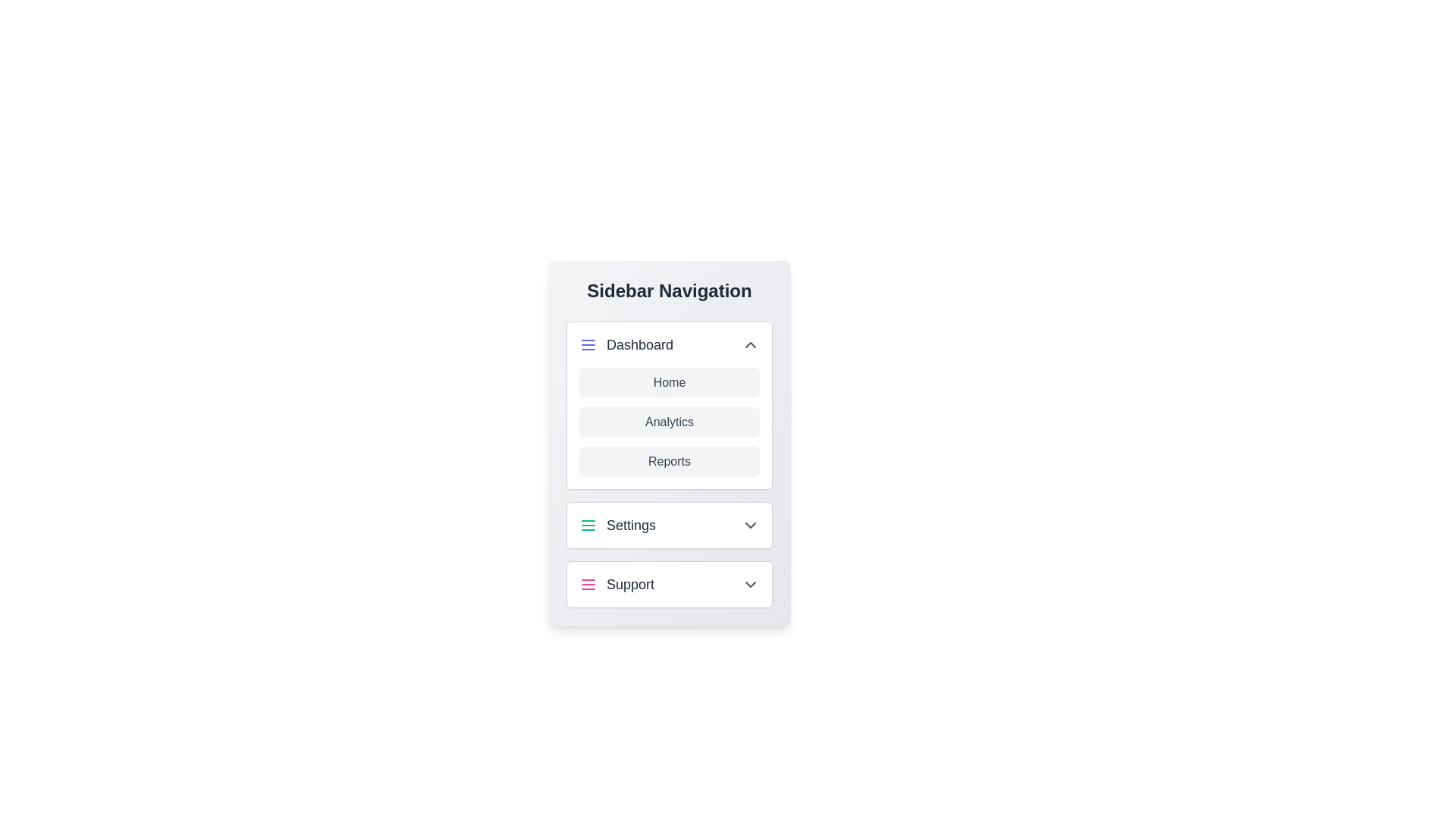  What do you see at coordinates (669, 525) in the screenshot?
I see `the second major navigation item` at bounding box center [669, 525].